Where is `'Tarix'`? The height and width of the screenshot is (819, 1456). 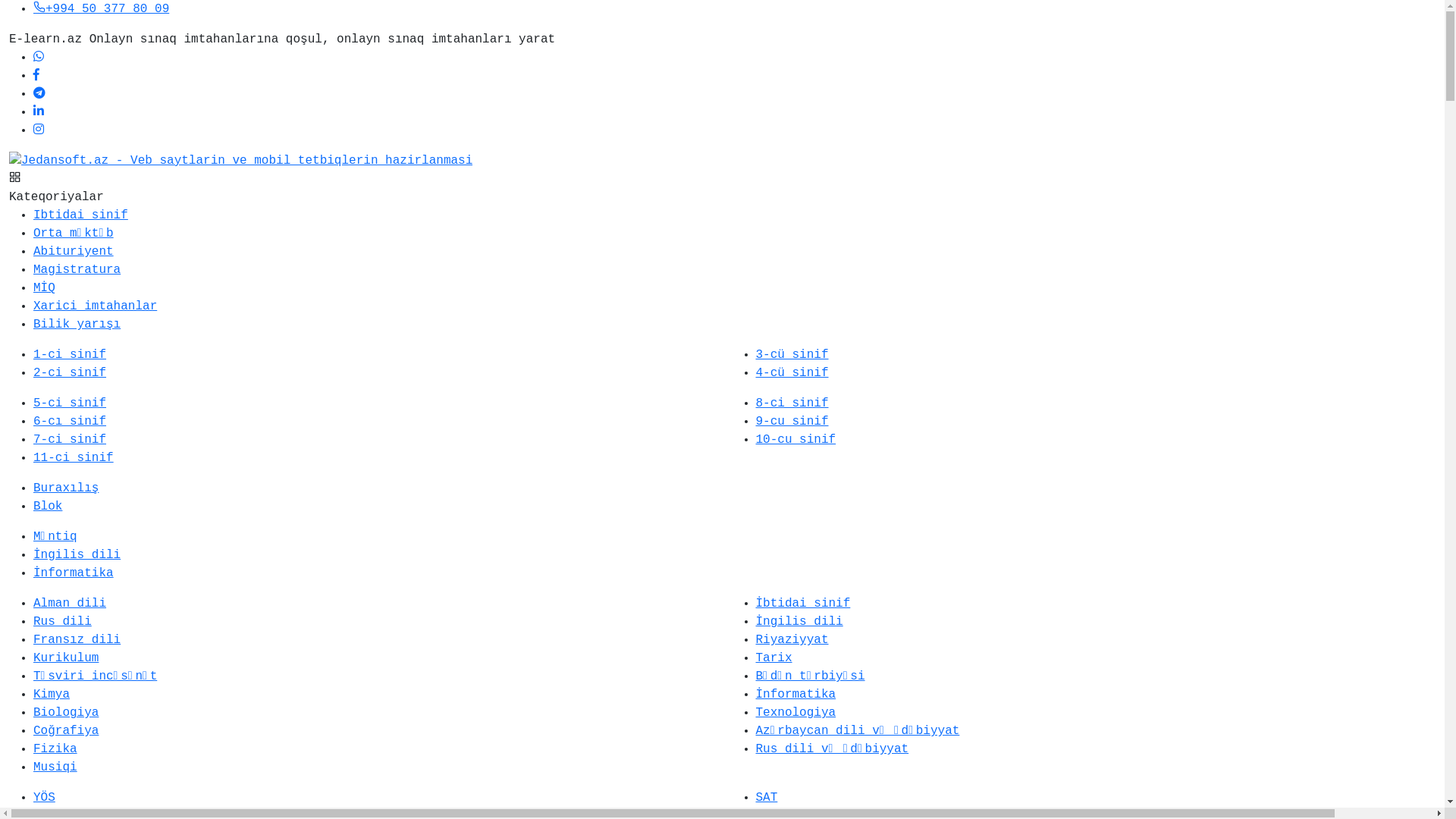
'Tarix' is located at coordinates (755, 657).